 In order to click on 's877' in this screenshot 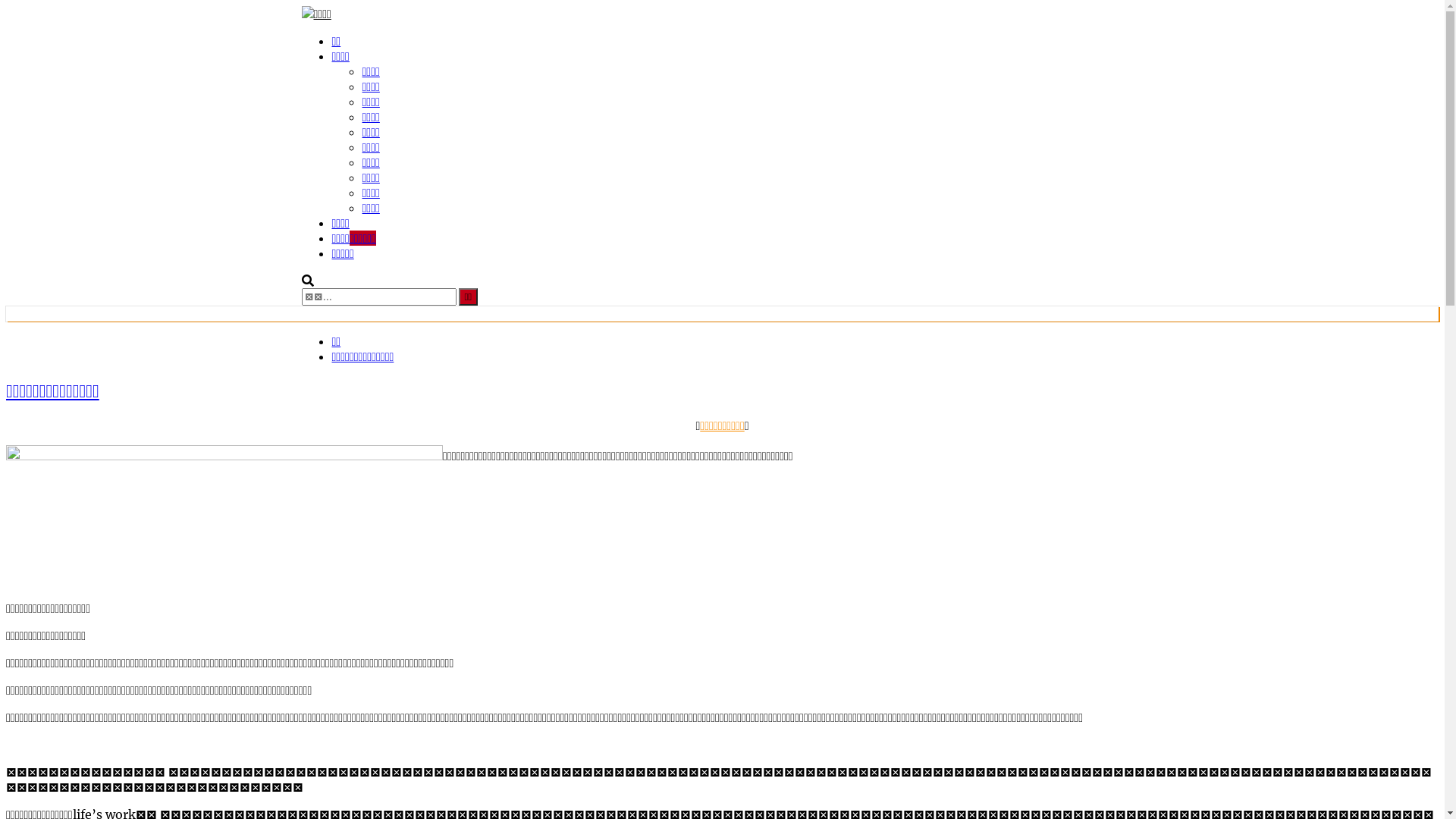, I will do `click(224, 516)`.